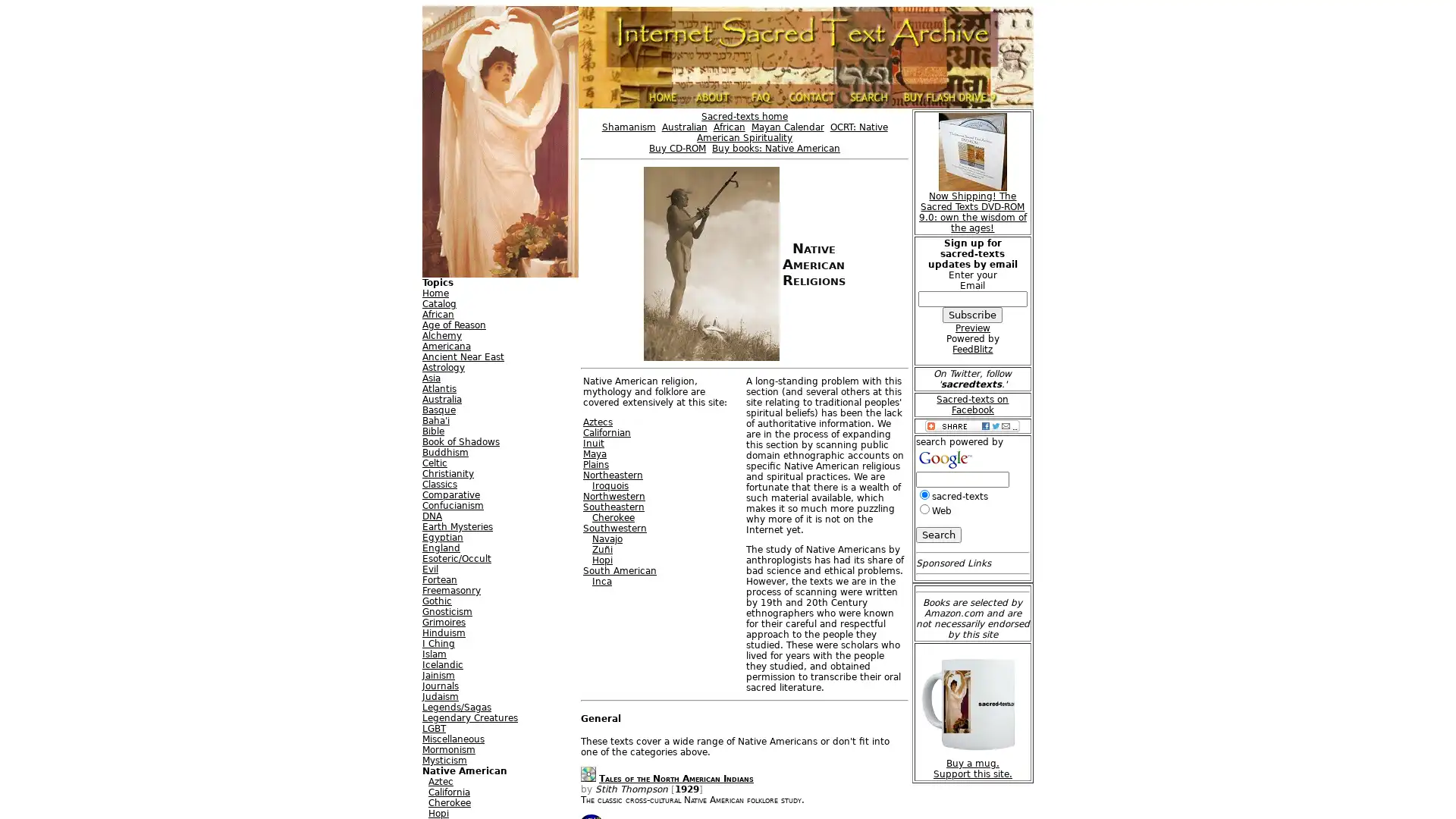 Image resolution: width=1456 pixels, height=819 pixels. What do you see at coordinates (937, 534) in the screenshot?
I see `Search` at bounding box center [937, 534].